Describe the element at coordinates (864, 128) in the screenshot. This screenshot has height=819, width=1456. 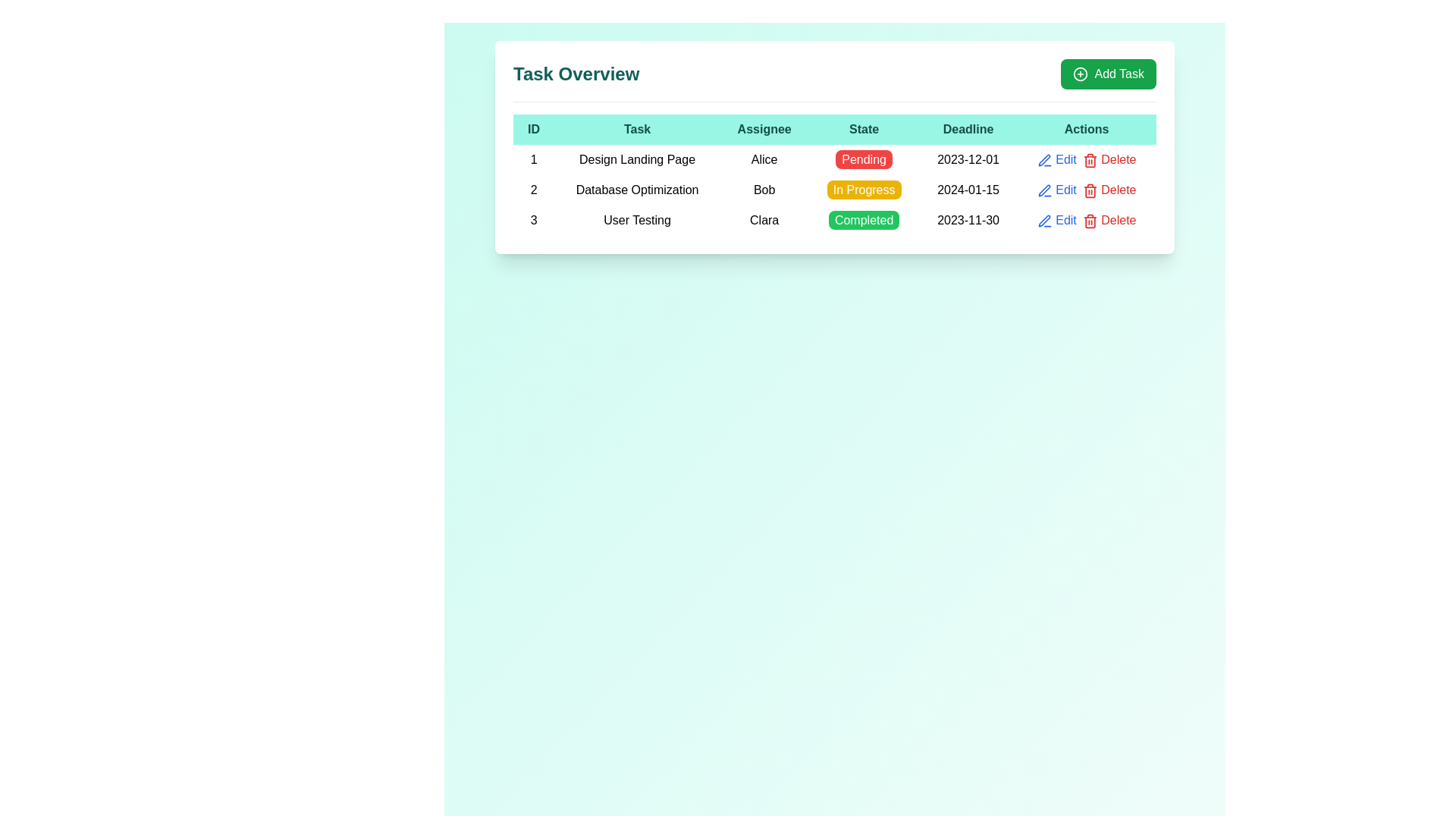
I see `the 'State' header cell in the table, which is the fourth header after 'Assignee' and before 'Deadline'` at that location.